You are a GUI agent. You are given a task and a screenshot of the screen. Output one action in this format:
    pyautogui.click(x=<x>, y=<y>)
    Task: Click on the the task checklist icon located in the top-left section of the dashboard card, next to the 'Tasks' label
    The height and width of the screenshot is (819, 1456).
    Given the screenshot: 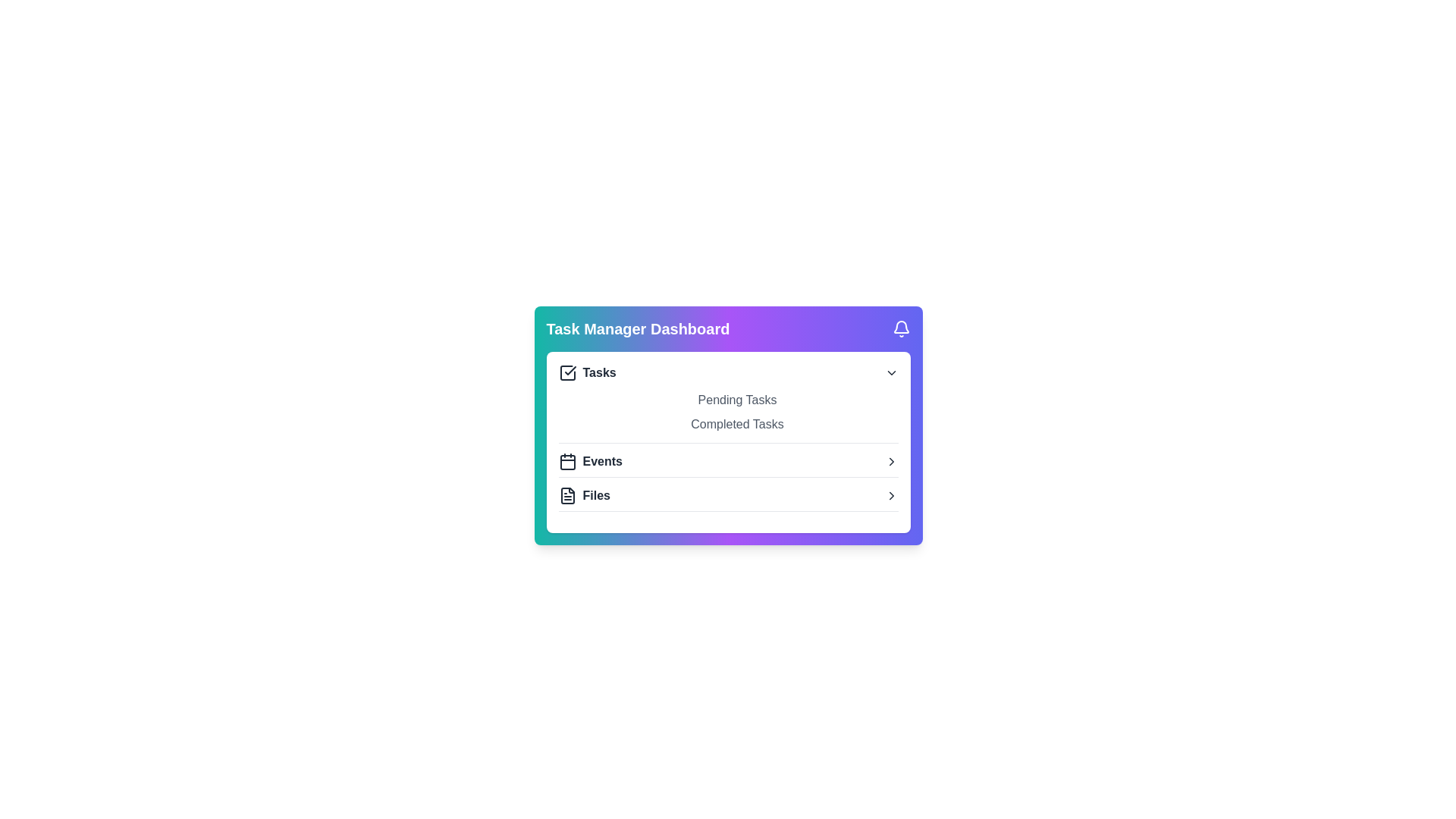 What is the action you would take?
    pyautogui.click(x=570, y=371)
    